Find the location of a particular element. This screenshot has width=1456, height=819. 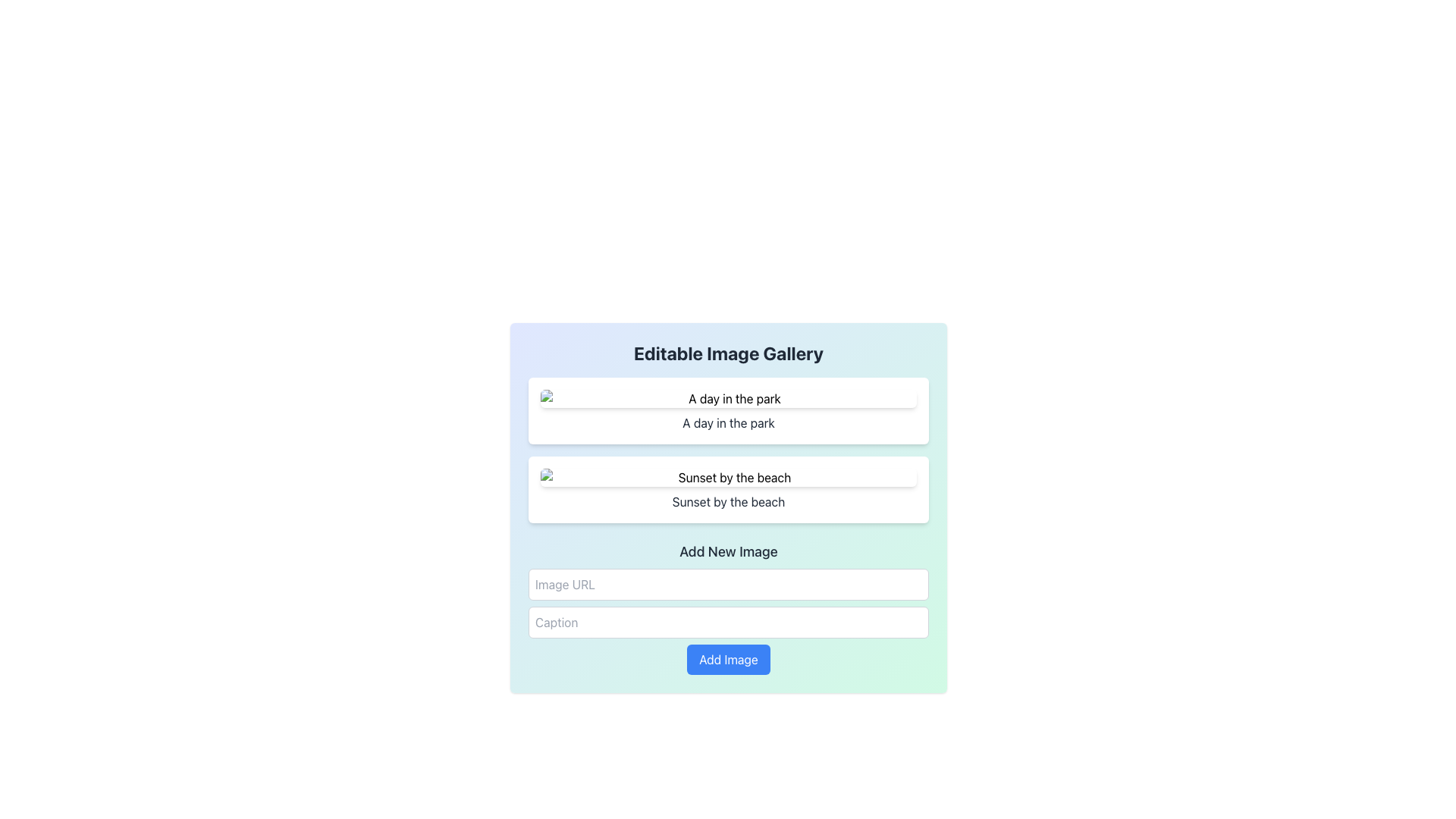

the 'Add Image' button located at the bottom of the 'Add New Image' section is located at coordinates (728, 659).